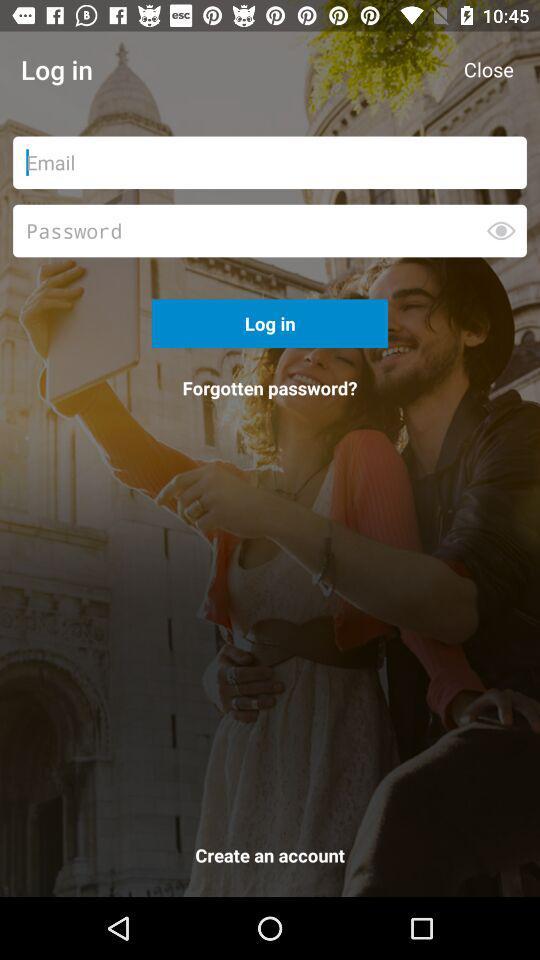 The height and width of the screenshot is (960, 540). What do you see at coordinates (487, 69) in the screenshot?
I see `the close` at bounding box center [487, 69].